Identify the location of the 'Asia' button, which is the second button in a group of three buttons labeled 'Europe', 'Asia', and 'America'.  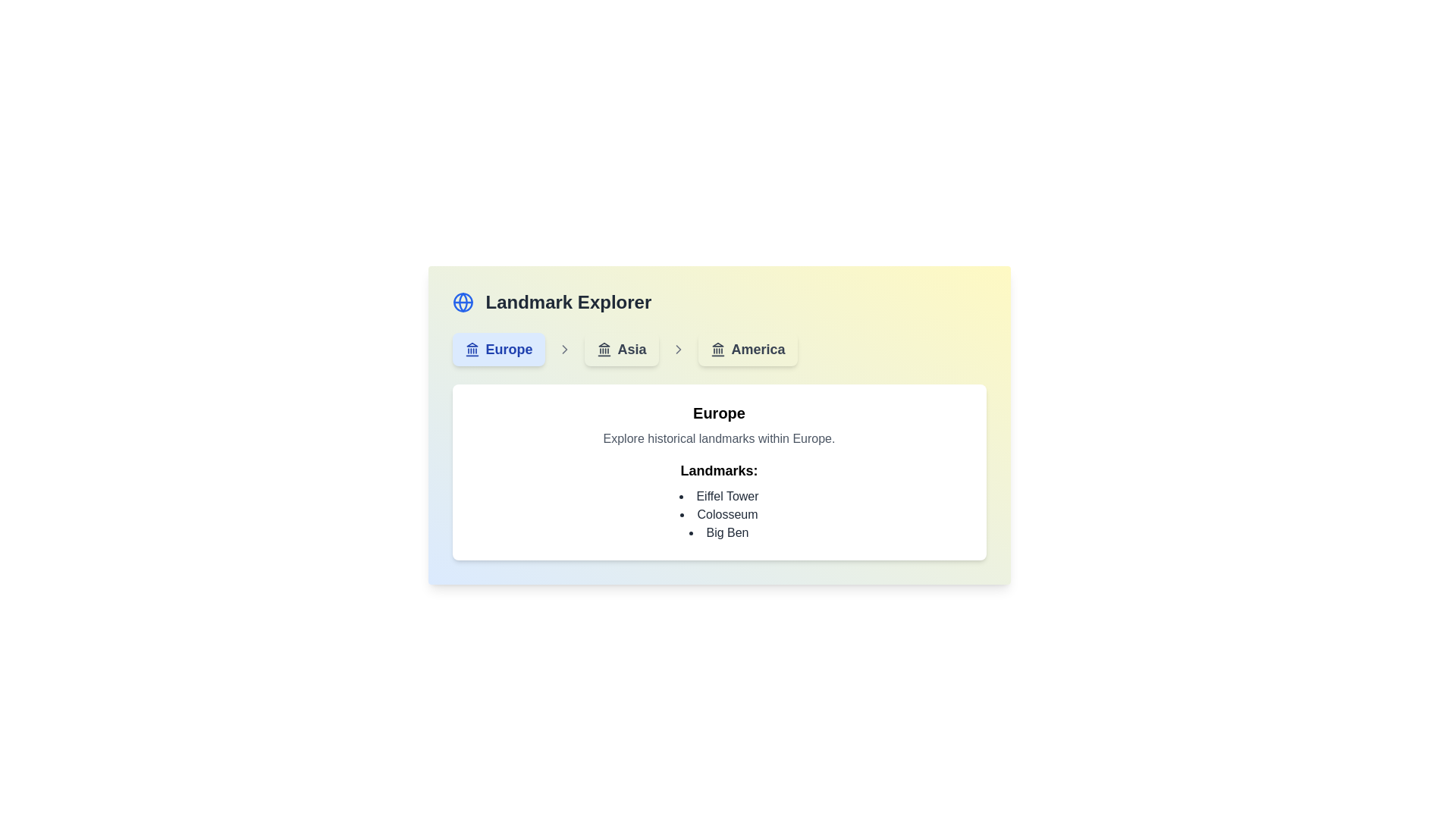
(621, 350).